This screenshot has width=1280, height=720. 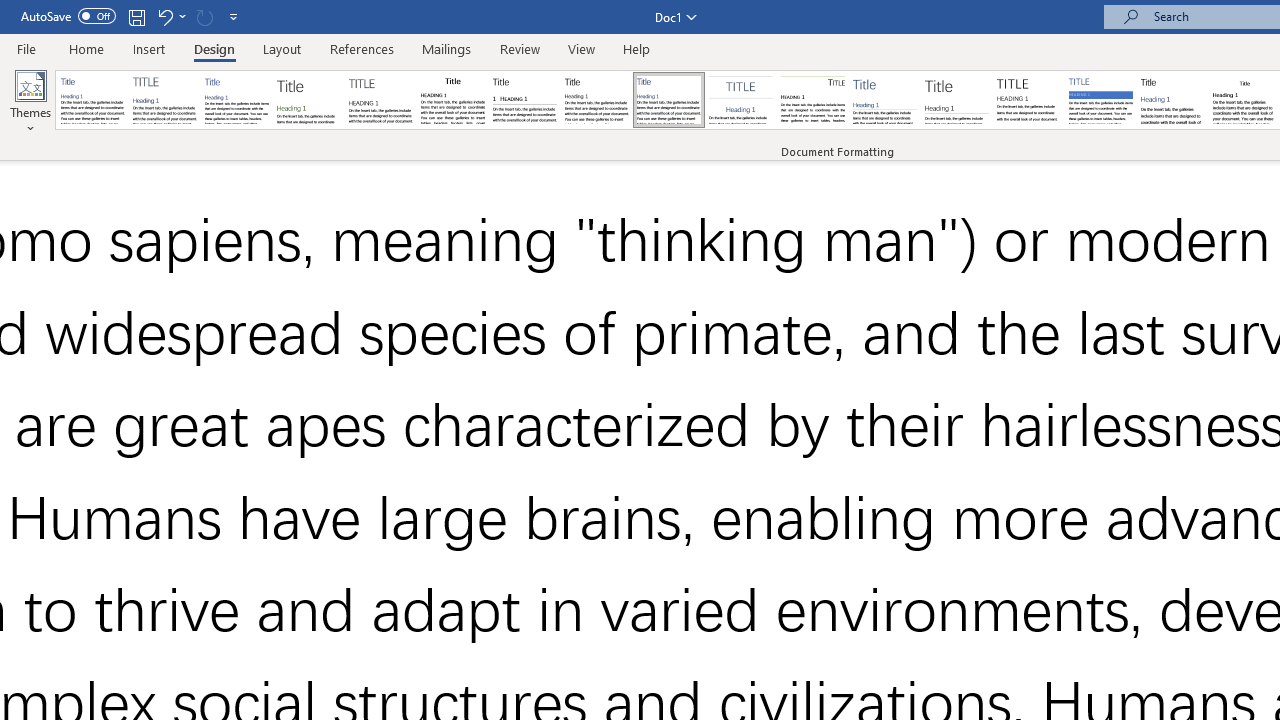 What do you see at coordinates (85, 48) in the screenshot?
I see `'Home'` at bounding box center [85, 48].